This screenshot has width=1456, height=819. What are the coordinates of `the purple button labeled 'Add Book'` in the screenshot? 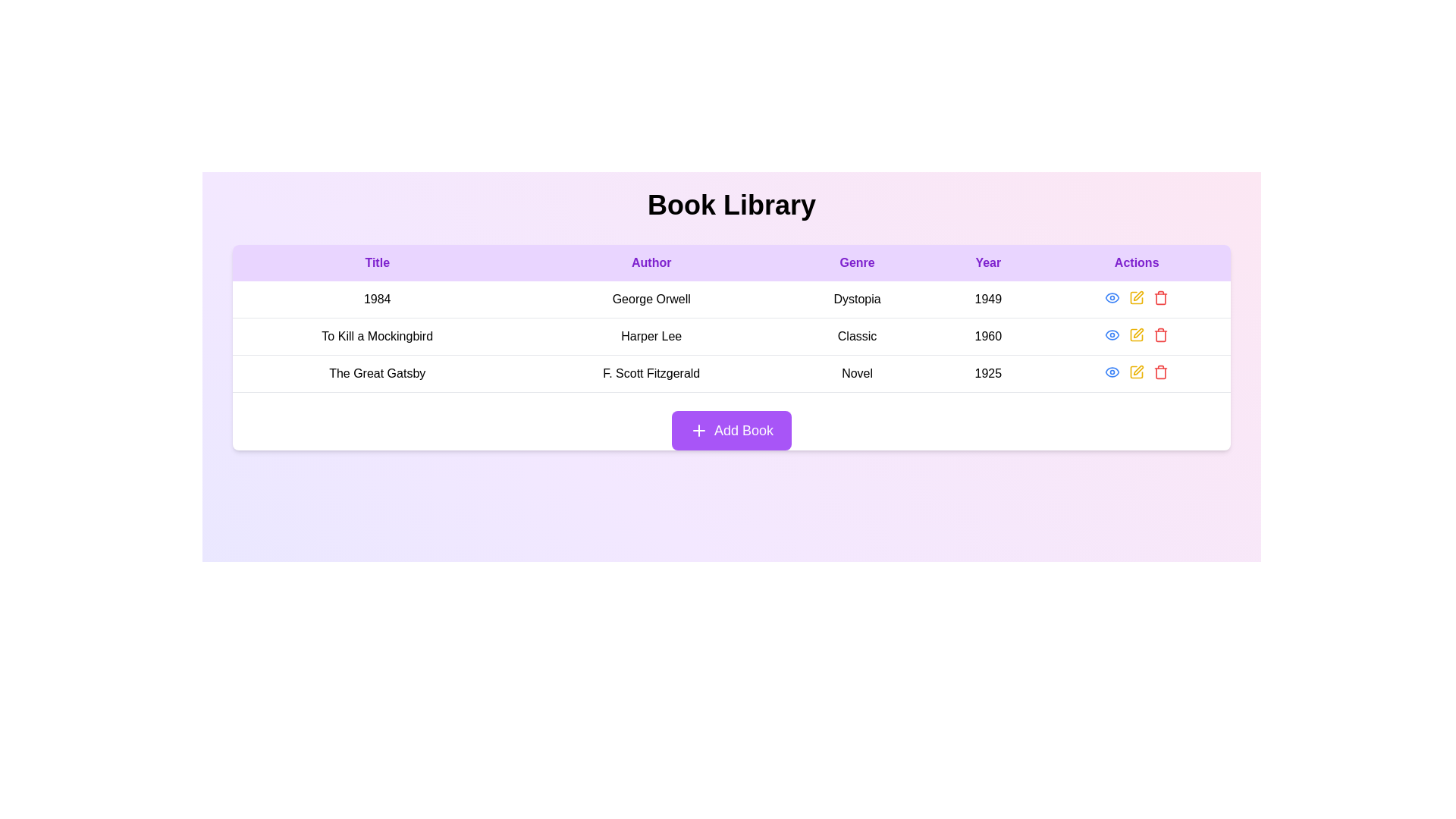 It's located at (731, 430).